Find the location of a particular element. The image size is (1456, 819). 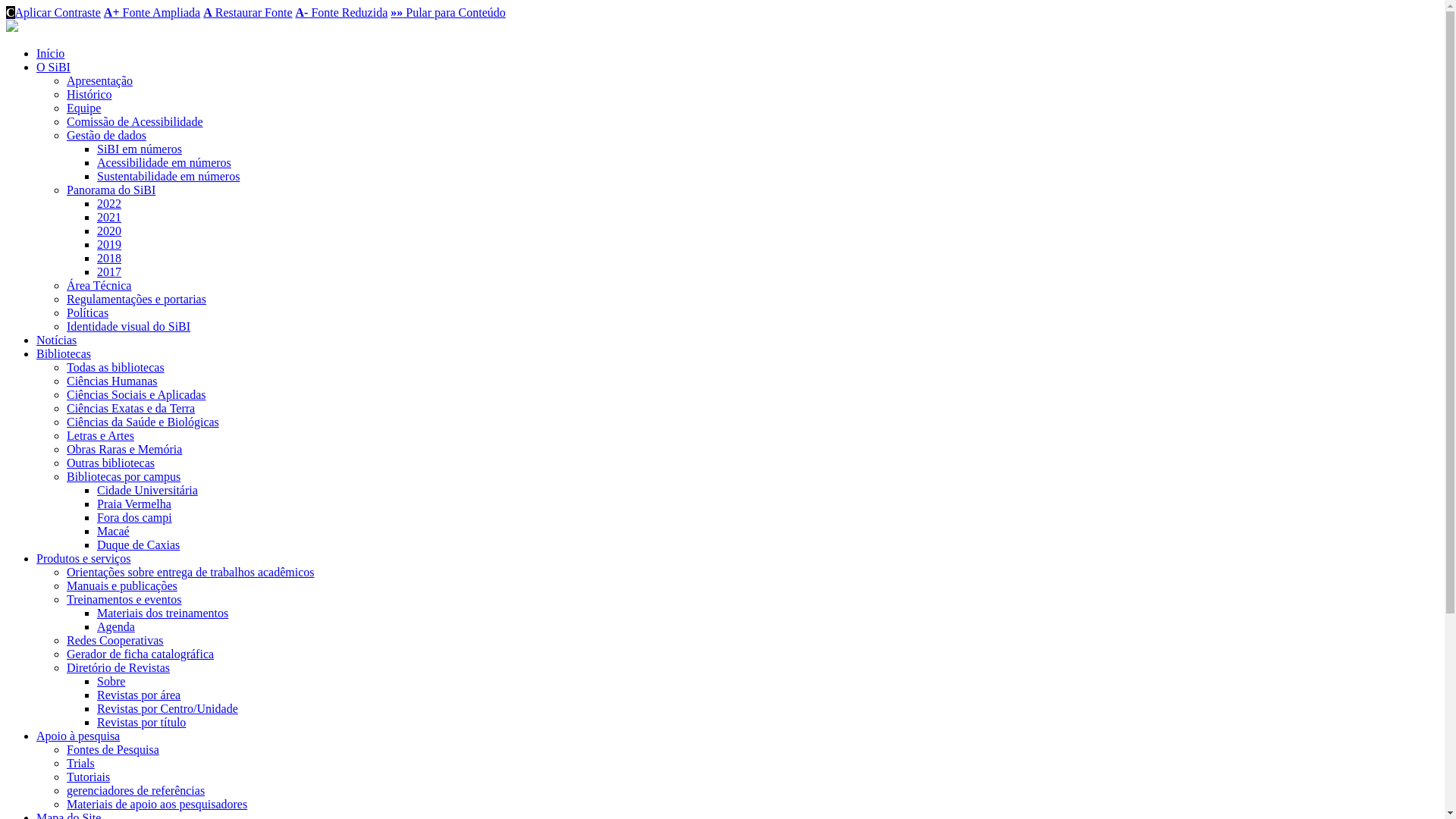

'Fora dos campi' is located at coordinates (134, 516).